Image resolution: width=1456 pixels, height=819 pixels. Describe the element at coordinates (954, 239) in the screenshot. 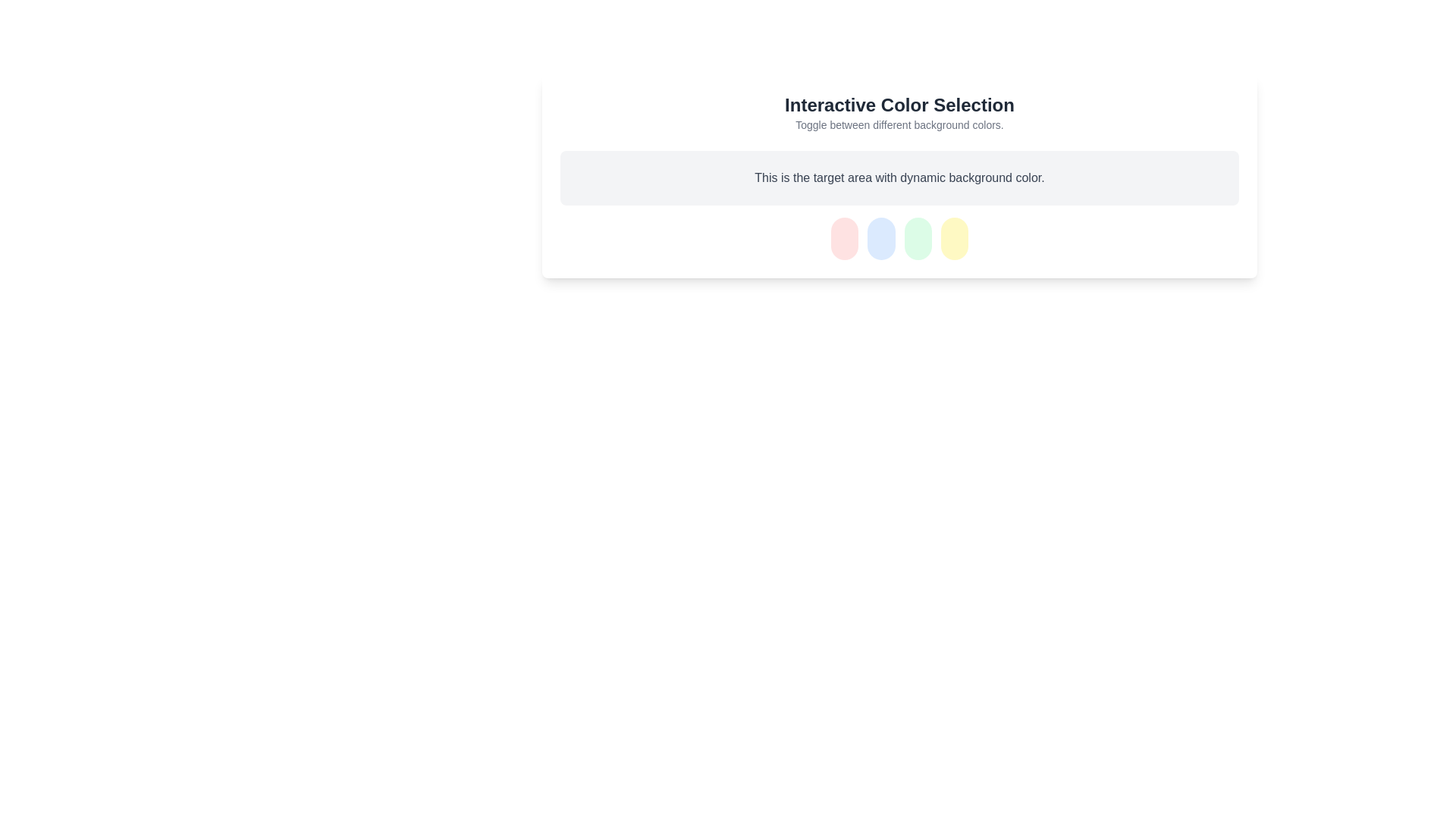

I see `the circular button with a yellow background, located under the 'Interactive Color Selection' text block` at that location.